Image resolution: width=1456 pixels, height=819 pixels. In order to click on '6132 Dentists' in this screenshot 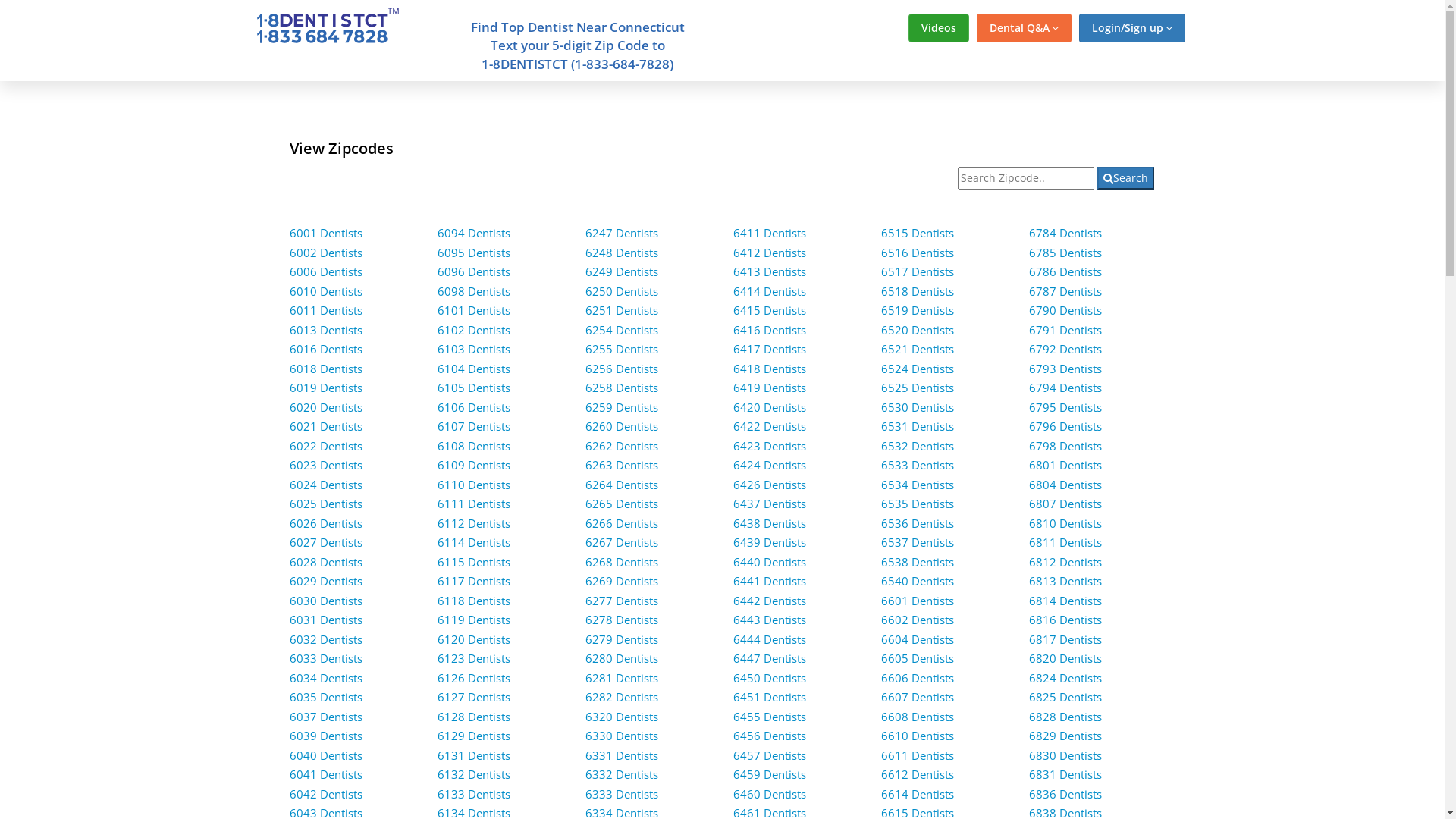, I will do `click(472, 774)`.